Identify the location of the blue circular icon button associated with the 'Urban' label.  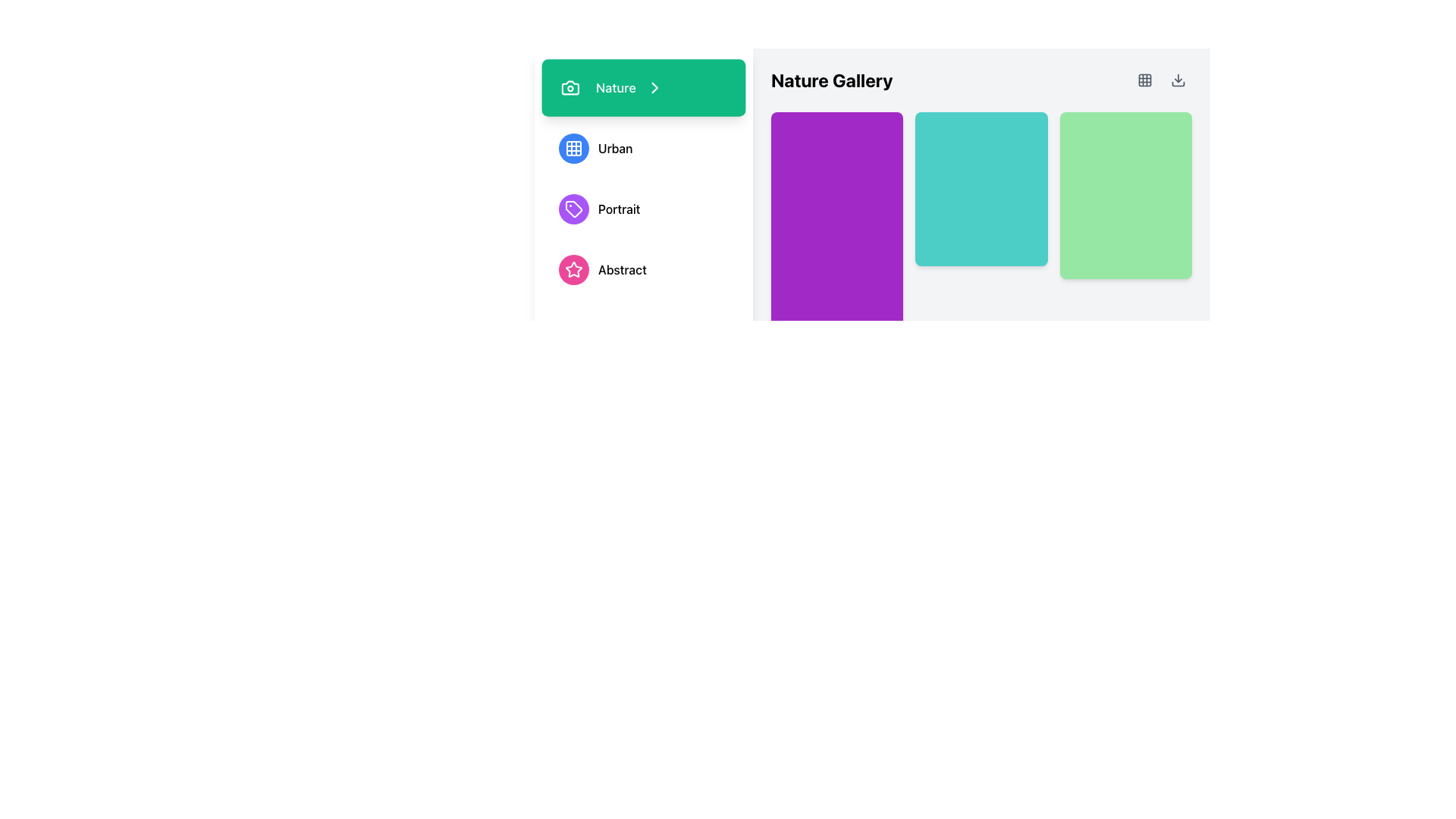
(573, 149).